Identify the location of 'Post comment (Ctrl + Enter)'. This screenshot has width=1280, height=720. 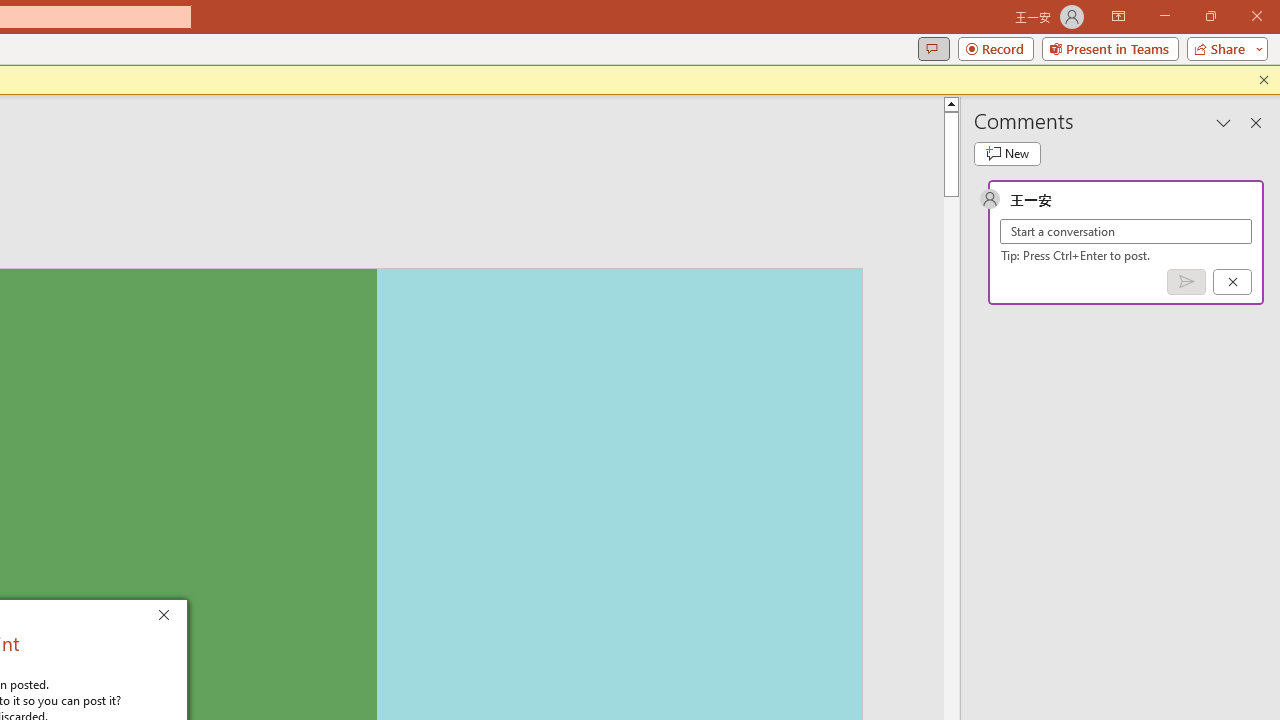
(1186, 282).